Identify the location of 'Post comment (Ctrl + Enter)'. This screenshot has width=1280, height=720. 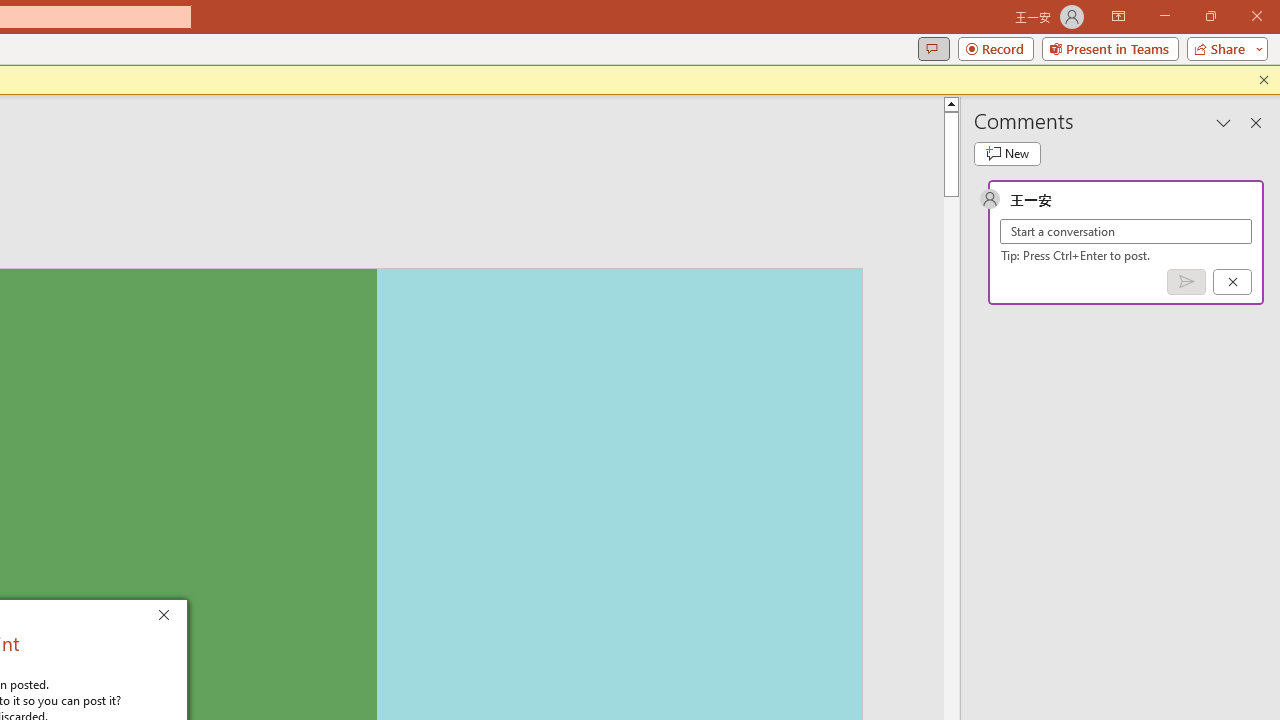
(1186, 282).